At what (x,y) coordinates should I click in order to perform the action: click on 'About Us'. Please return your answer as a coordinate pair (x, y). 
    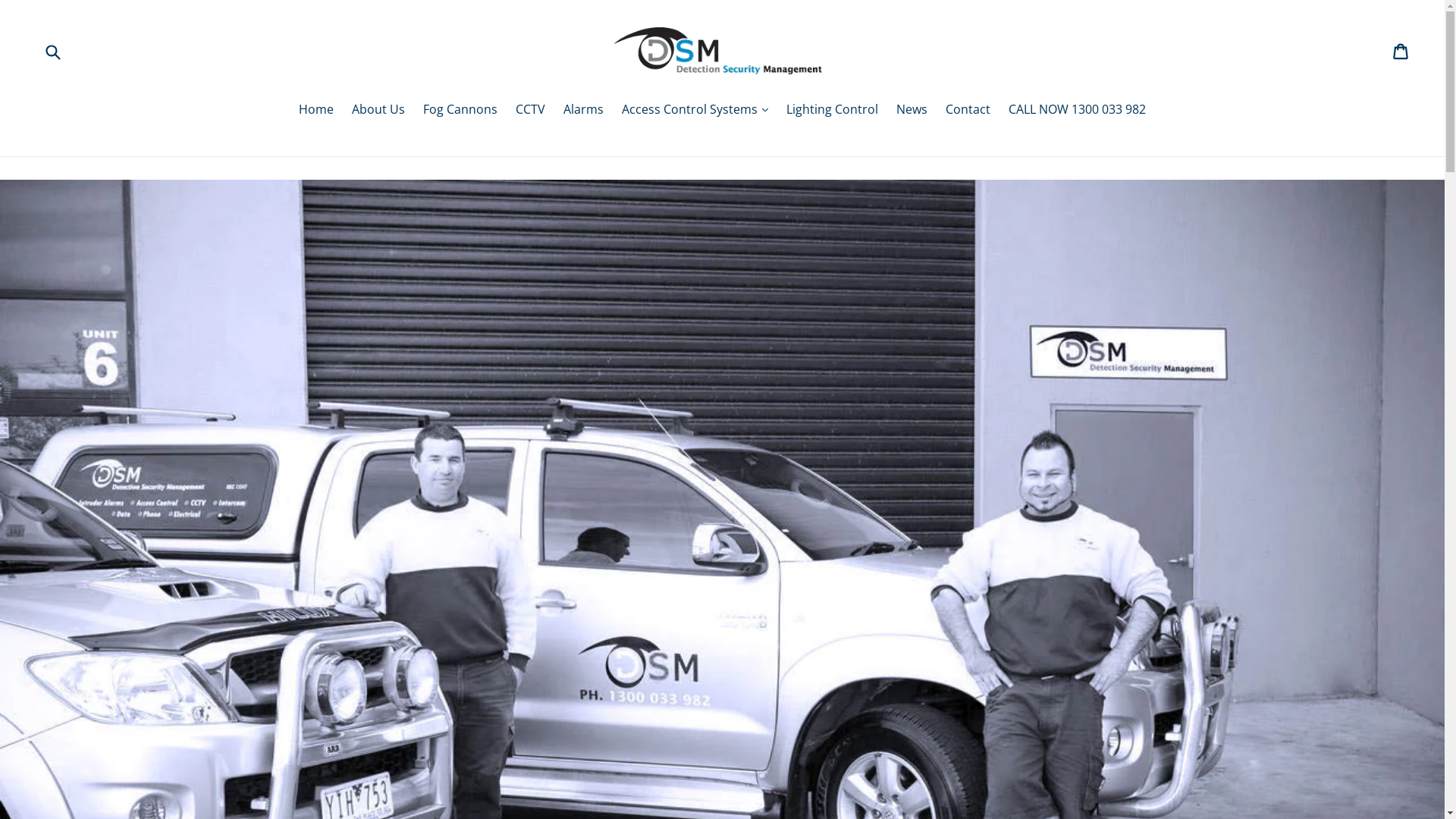
    Looking at the image, I should click on (378, 109).